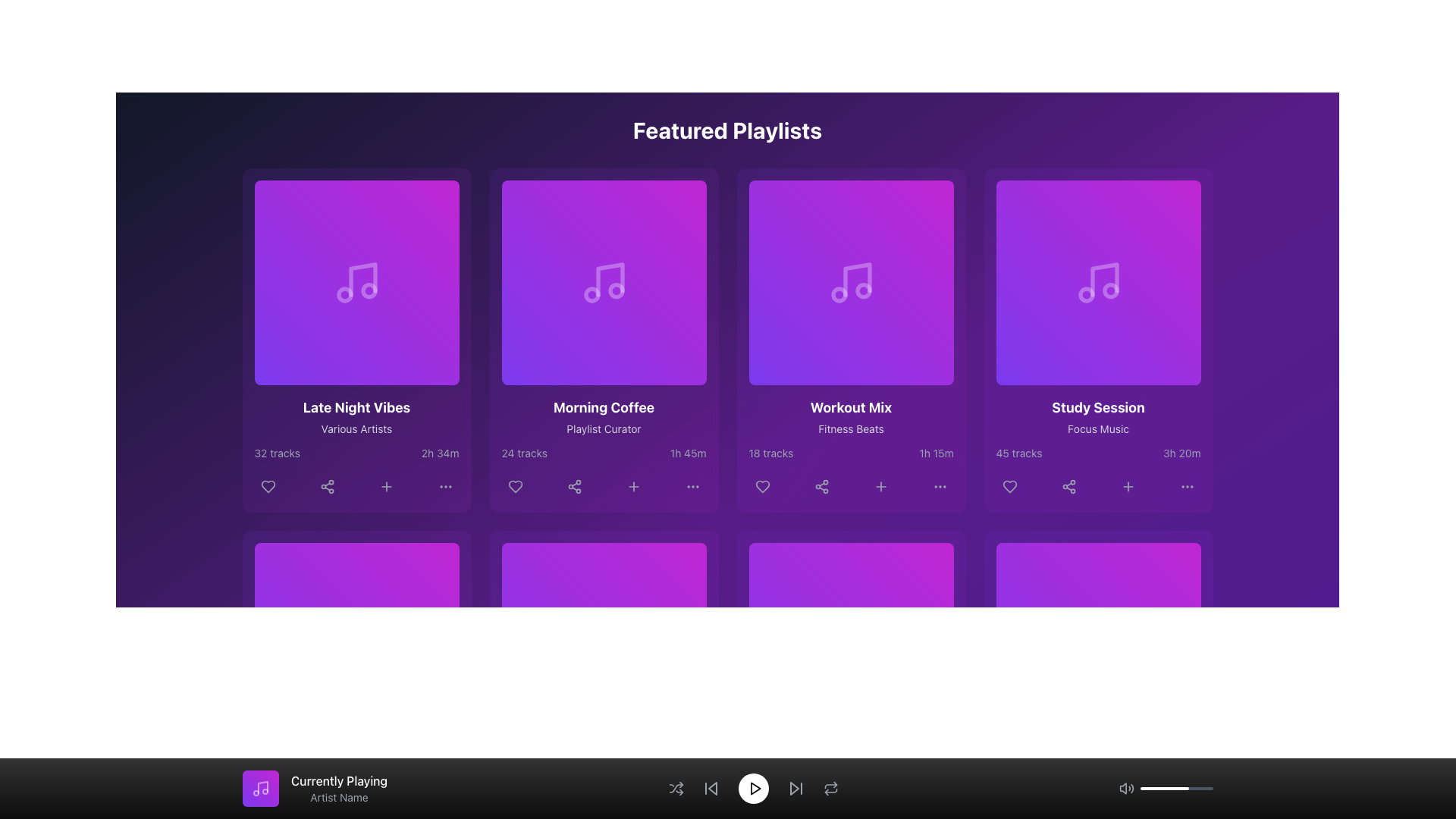 The image size is (1456, 819). What do you see at coordinates (262, 786) in the screenshot?
I see `the music currently playing icon located in the bottom bar, which is positioned to the left of the text 'Currently Playing'` at bounding box center [262, 786].